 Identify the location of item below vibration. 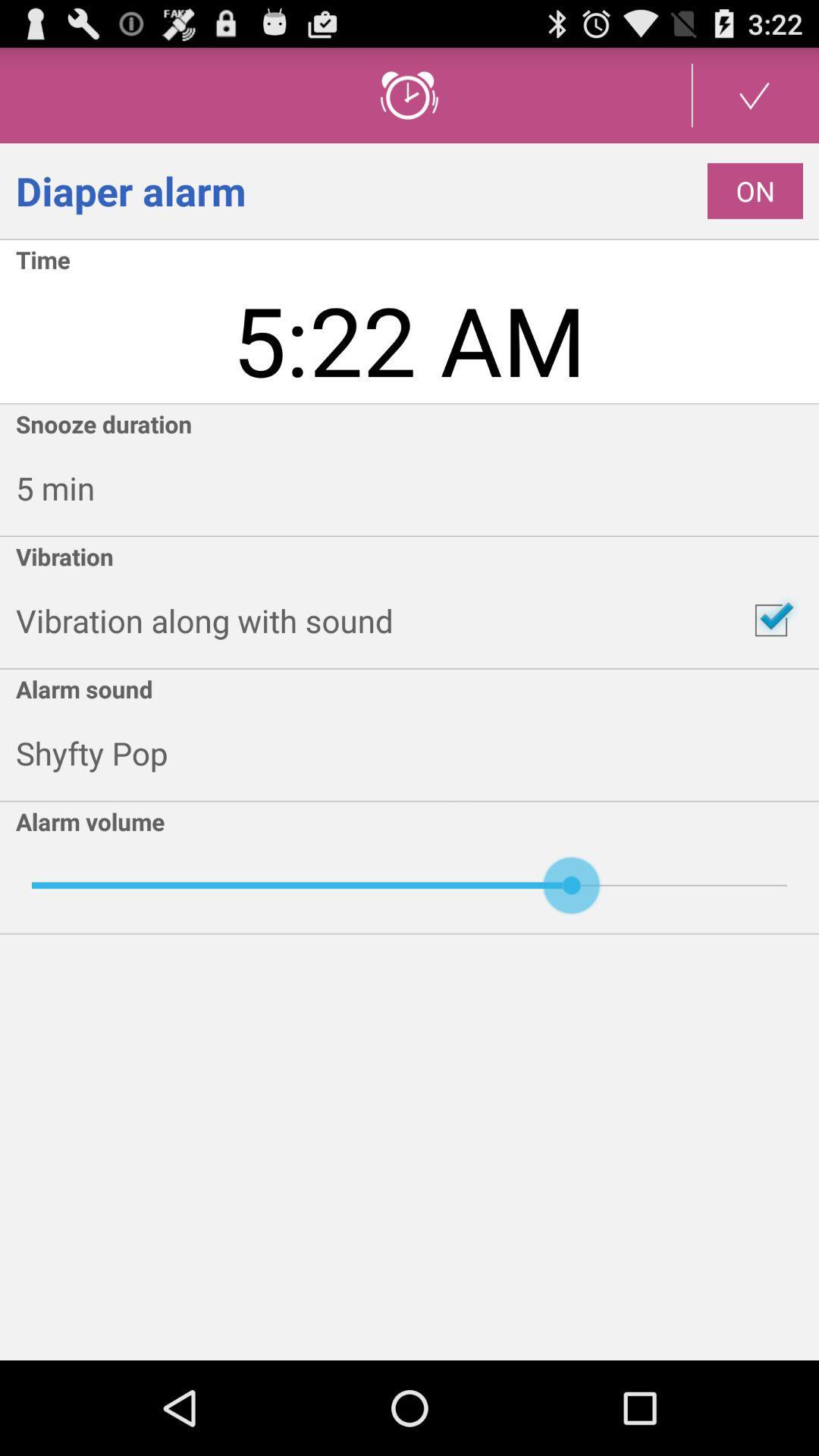
(771, 620).